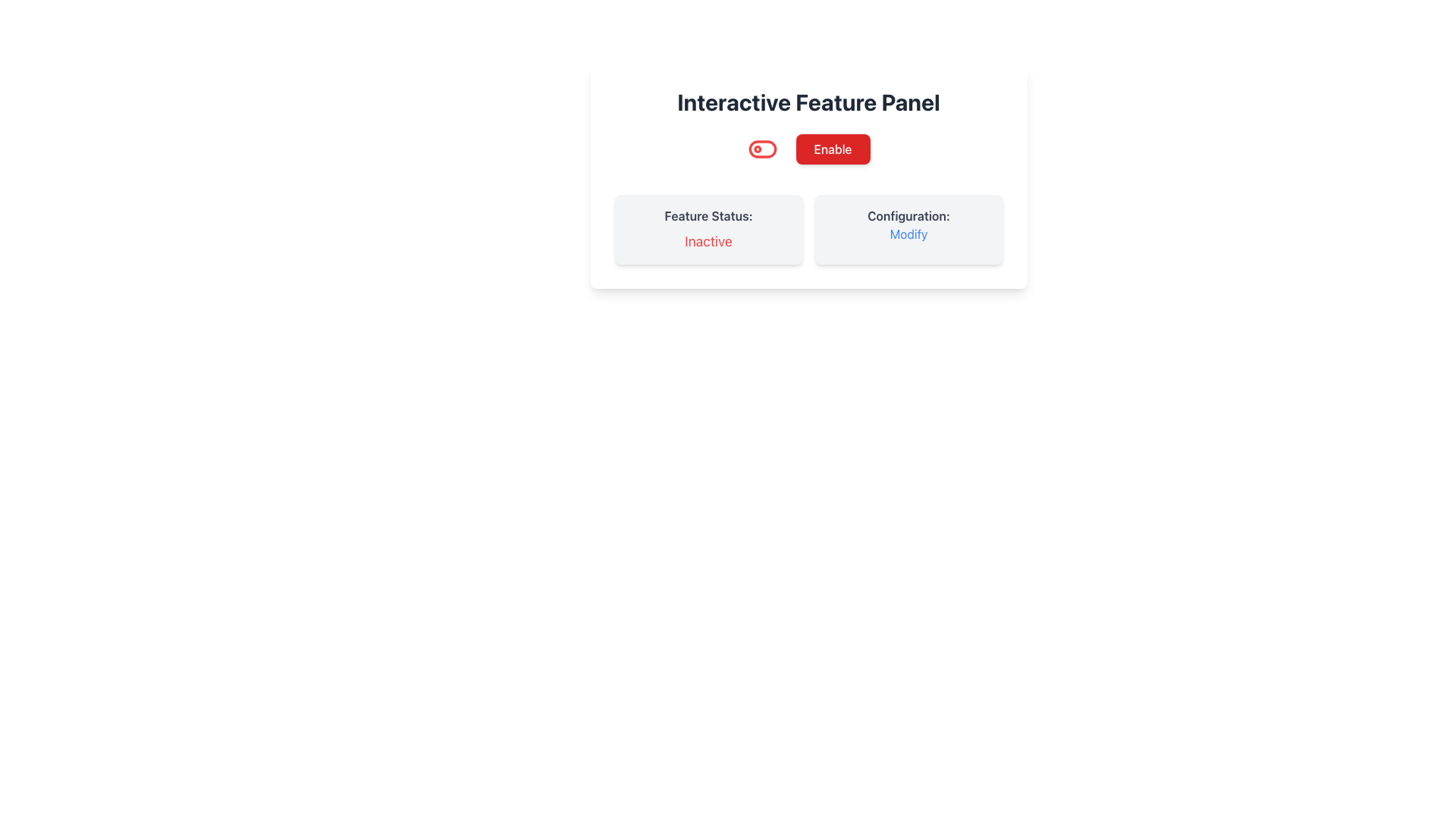 This screenshot has width=1456, height=819. Describe the element at coordinates (908, 230) in the screenshot. I see `the hyperlink labeled 'Modify' on the informational card with a light gray background located in the bottom-right portion of the Interactive Feature Panel` at that location.